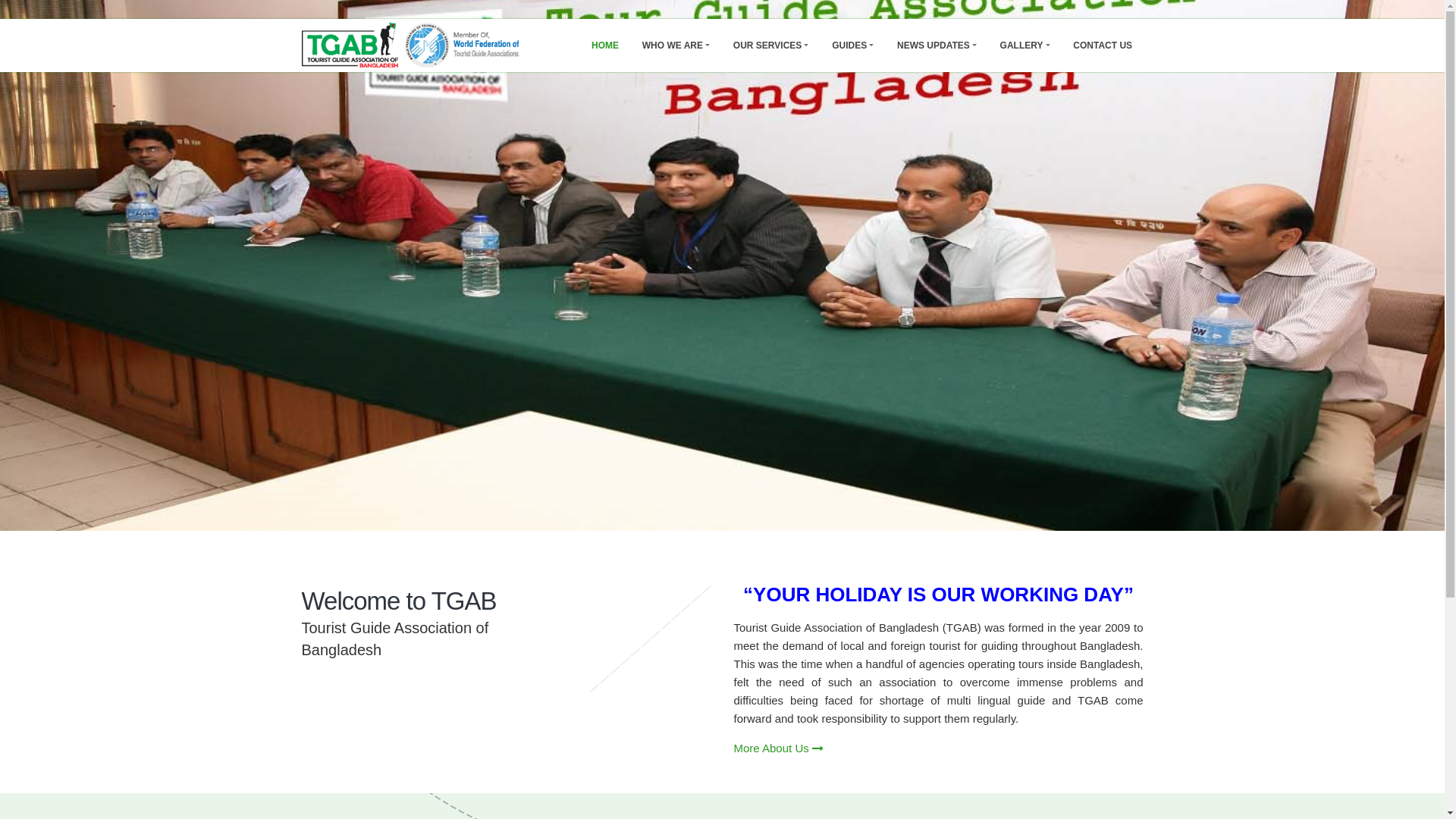  I want to click on 'More About Us', so click(779, 747).